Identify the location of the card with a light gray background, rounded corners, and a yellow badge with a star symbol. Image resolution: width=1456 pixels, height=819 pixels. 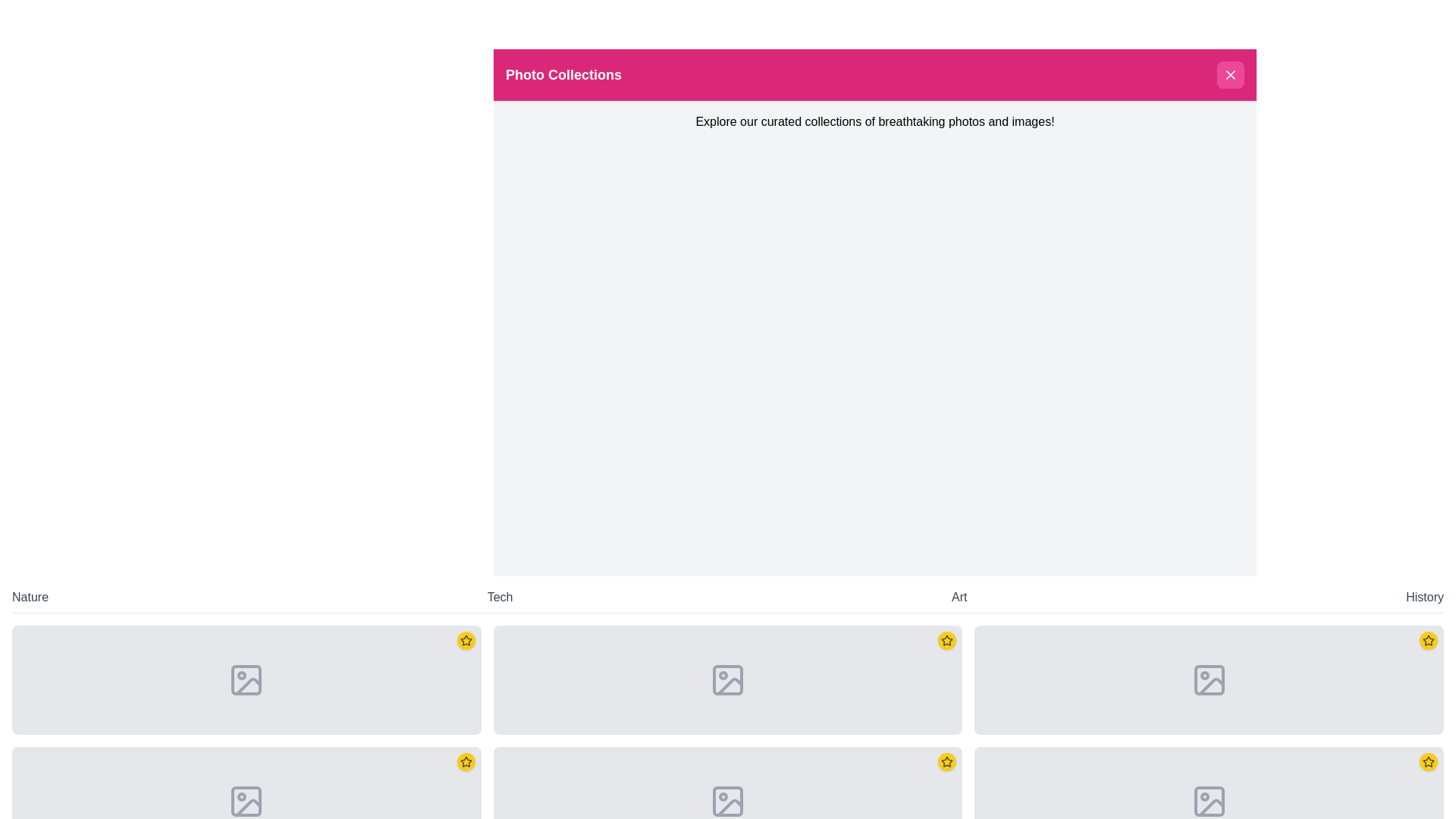
(1208, 679).